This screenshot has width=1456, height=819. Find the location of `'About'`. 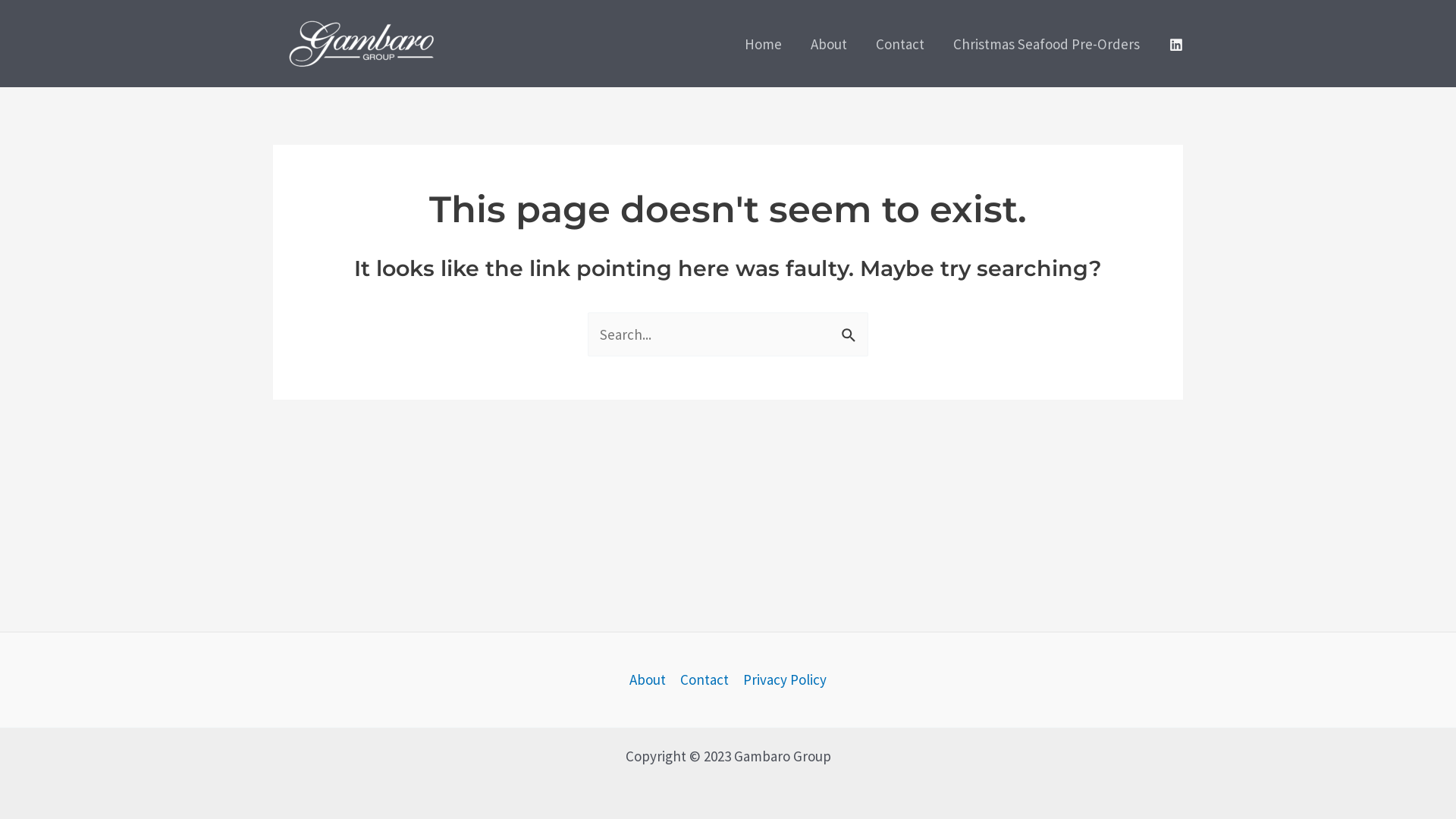

'About' is located at coordinates (828, 42).